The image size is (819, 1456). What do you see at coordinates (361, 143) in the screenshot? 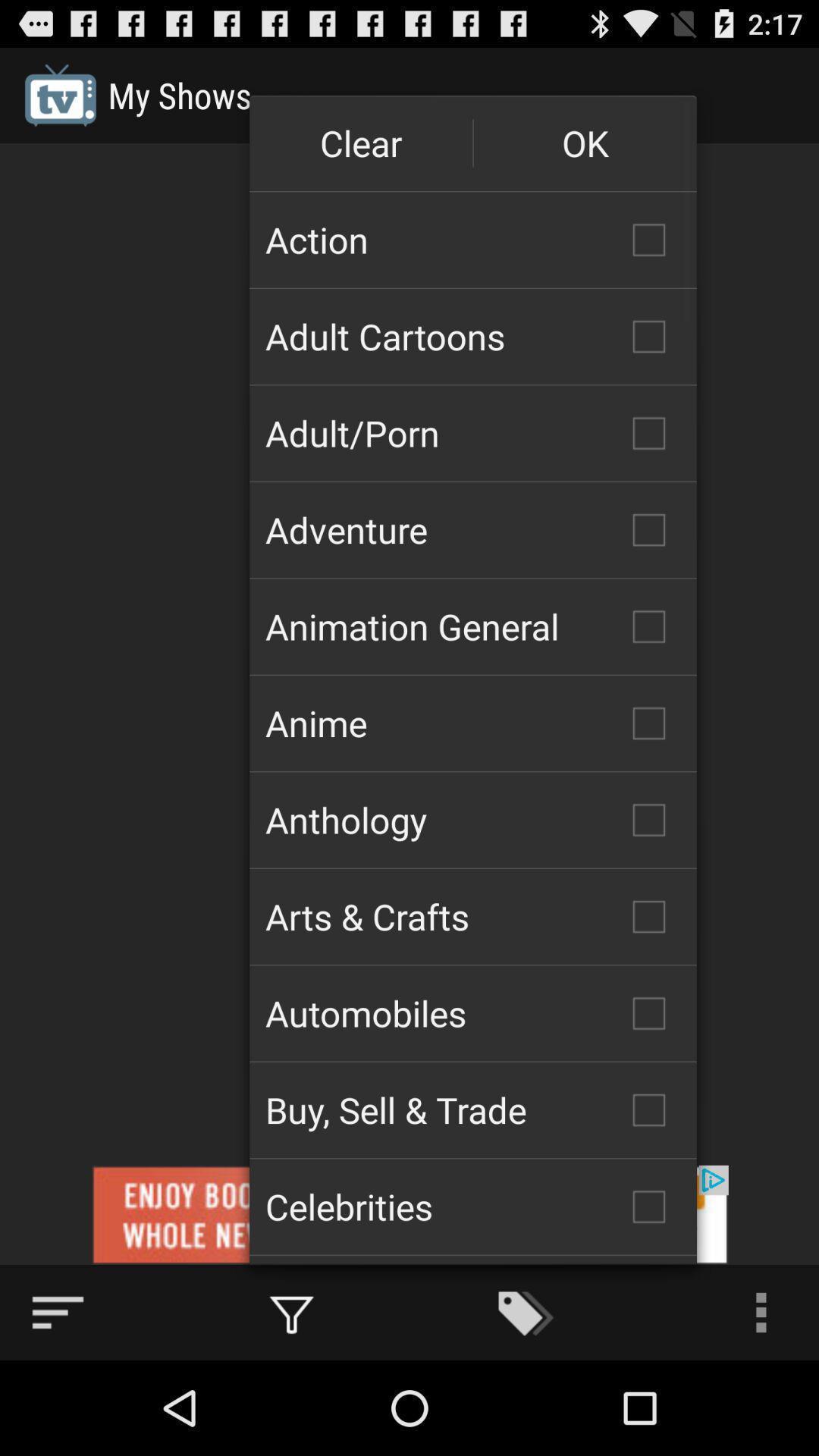
I see `button next to the ok icon` at bounding box center [361, 143].